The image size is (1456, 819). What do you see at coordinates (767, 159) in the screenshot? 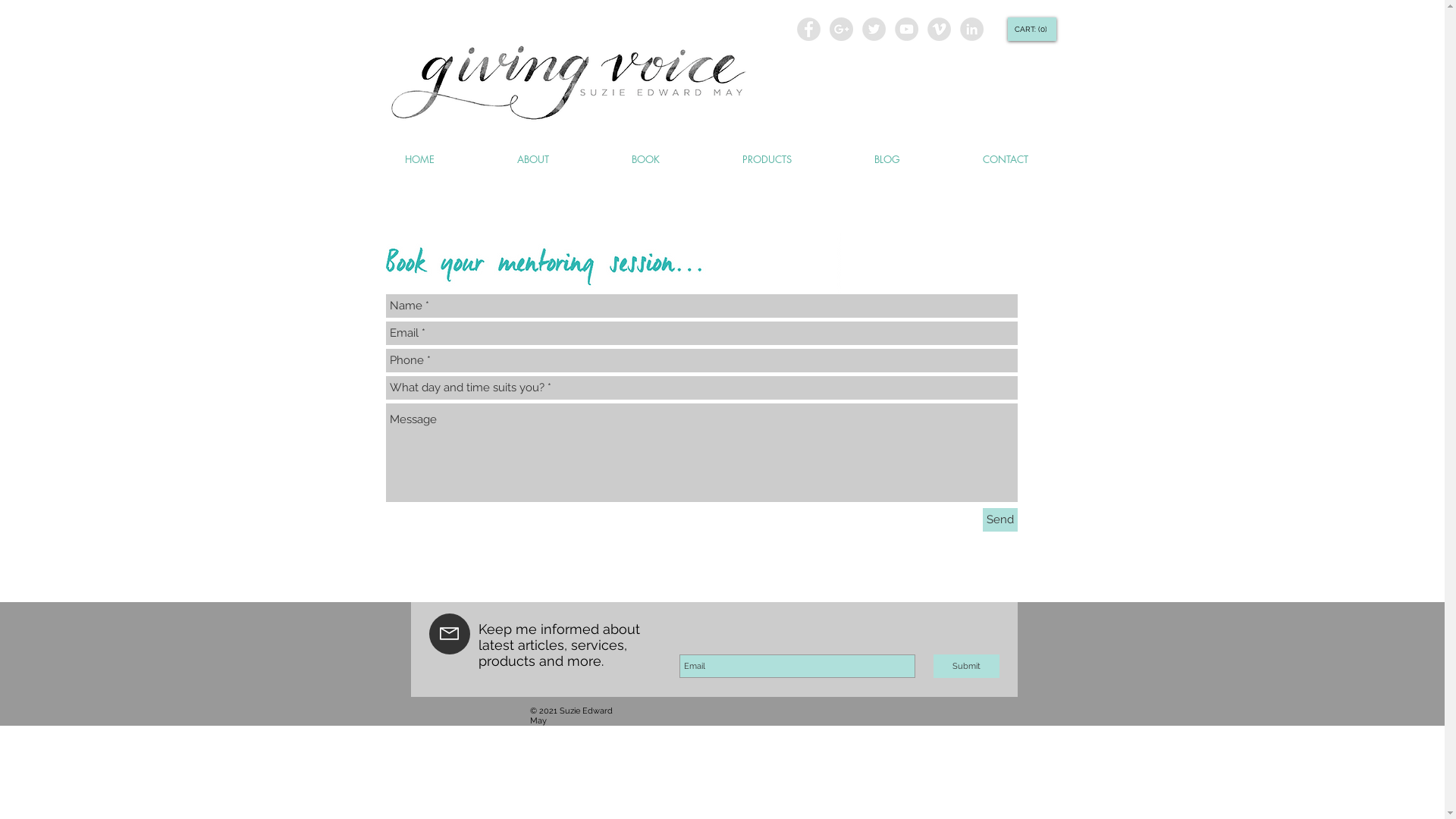
I see `'PRODUCTS'` at bounding box center [767, 159].